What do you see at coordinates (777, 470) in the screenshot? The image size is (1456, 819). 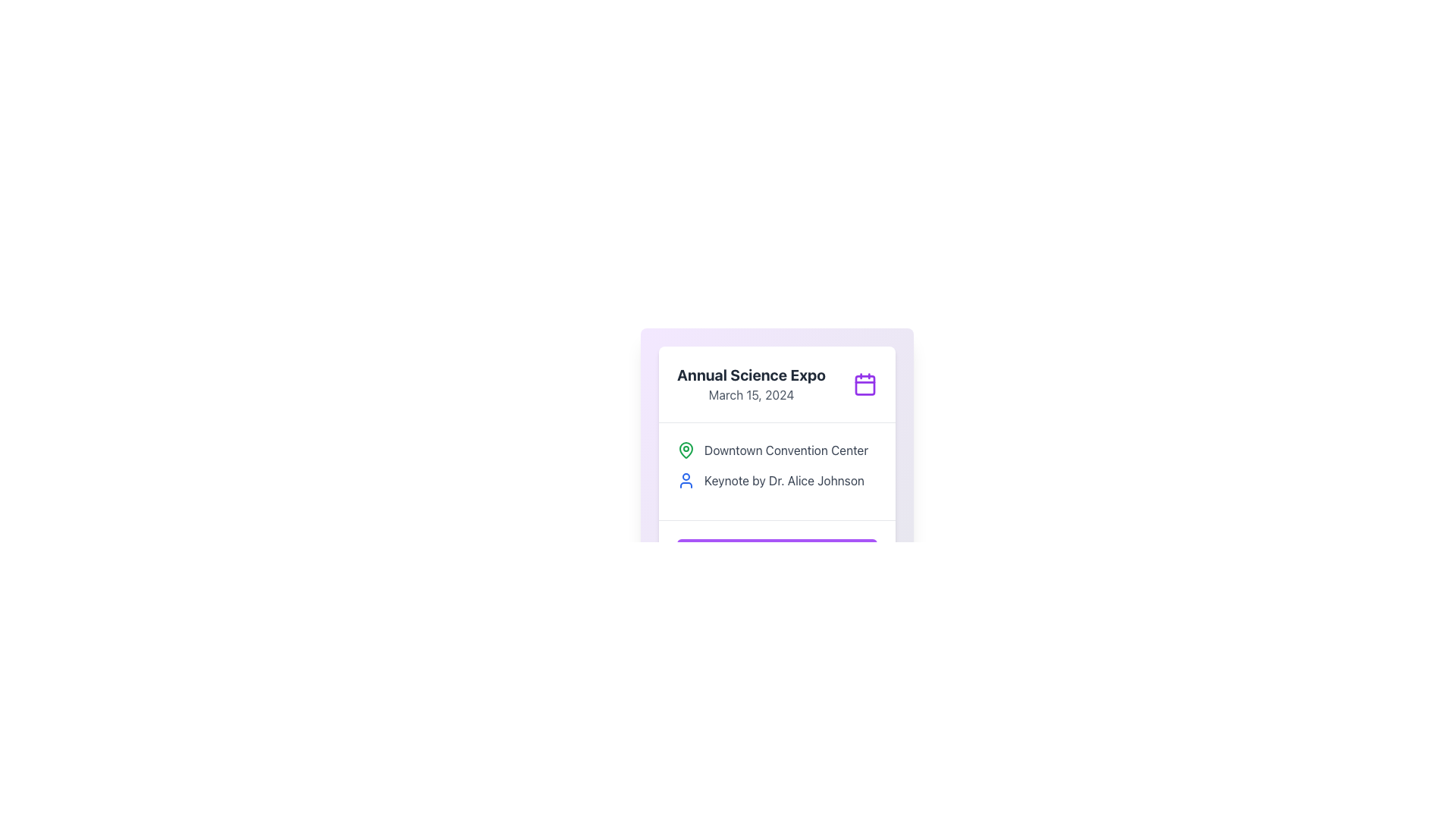 I see `Information Display Section that provides details about the event's venue and keynote speaker, located below the 'Annual Science Expo' header` at bounding box center [777, 470].